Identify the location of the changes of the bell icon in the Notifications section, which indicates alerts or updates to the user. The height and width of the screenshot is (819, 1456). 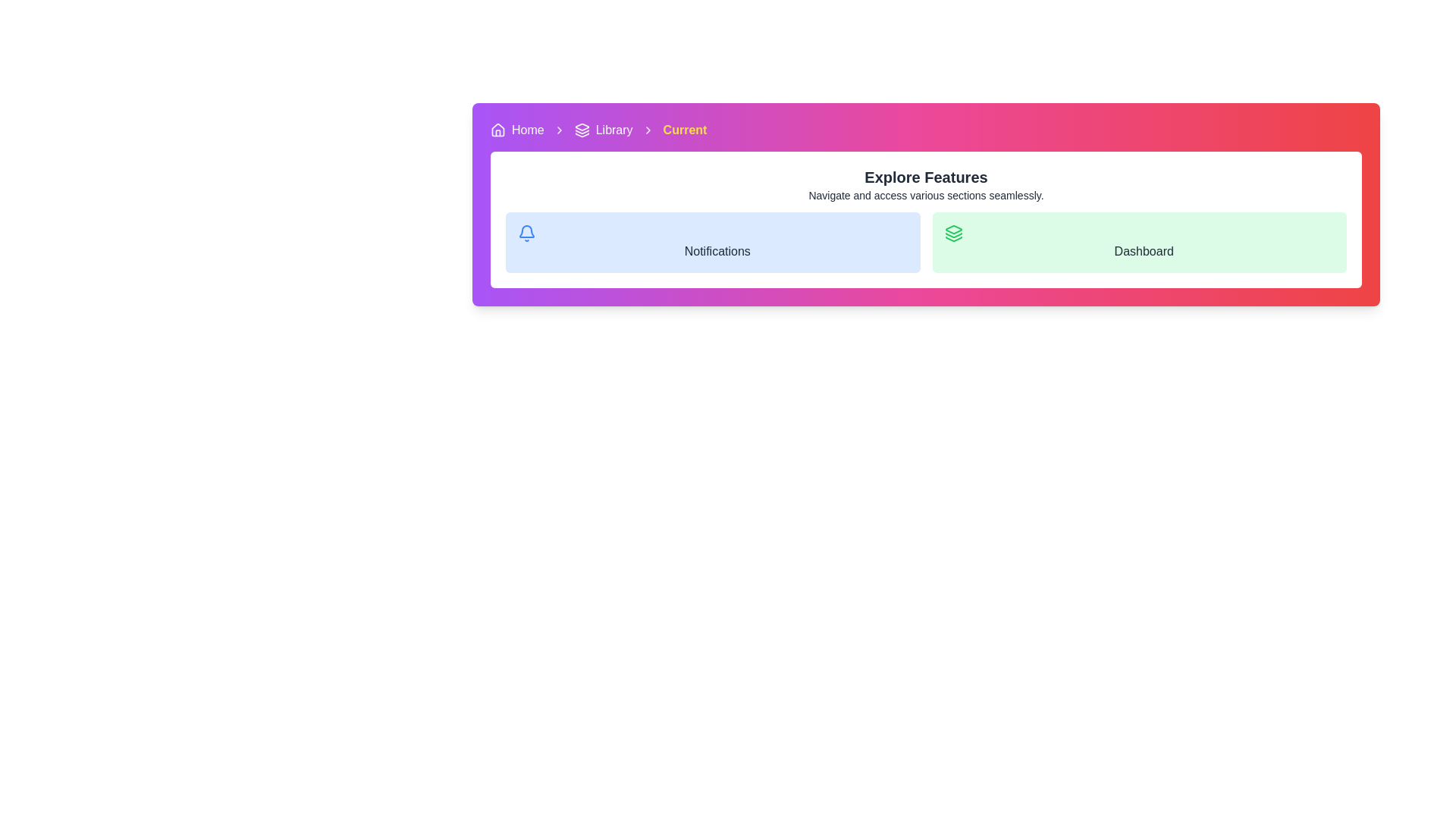
(527, 231).